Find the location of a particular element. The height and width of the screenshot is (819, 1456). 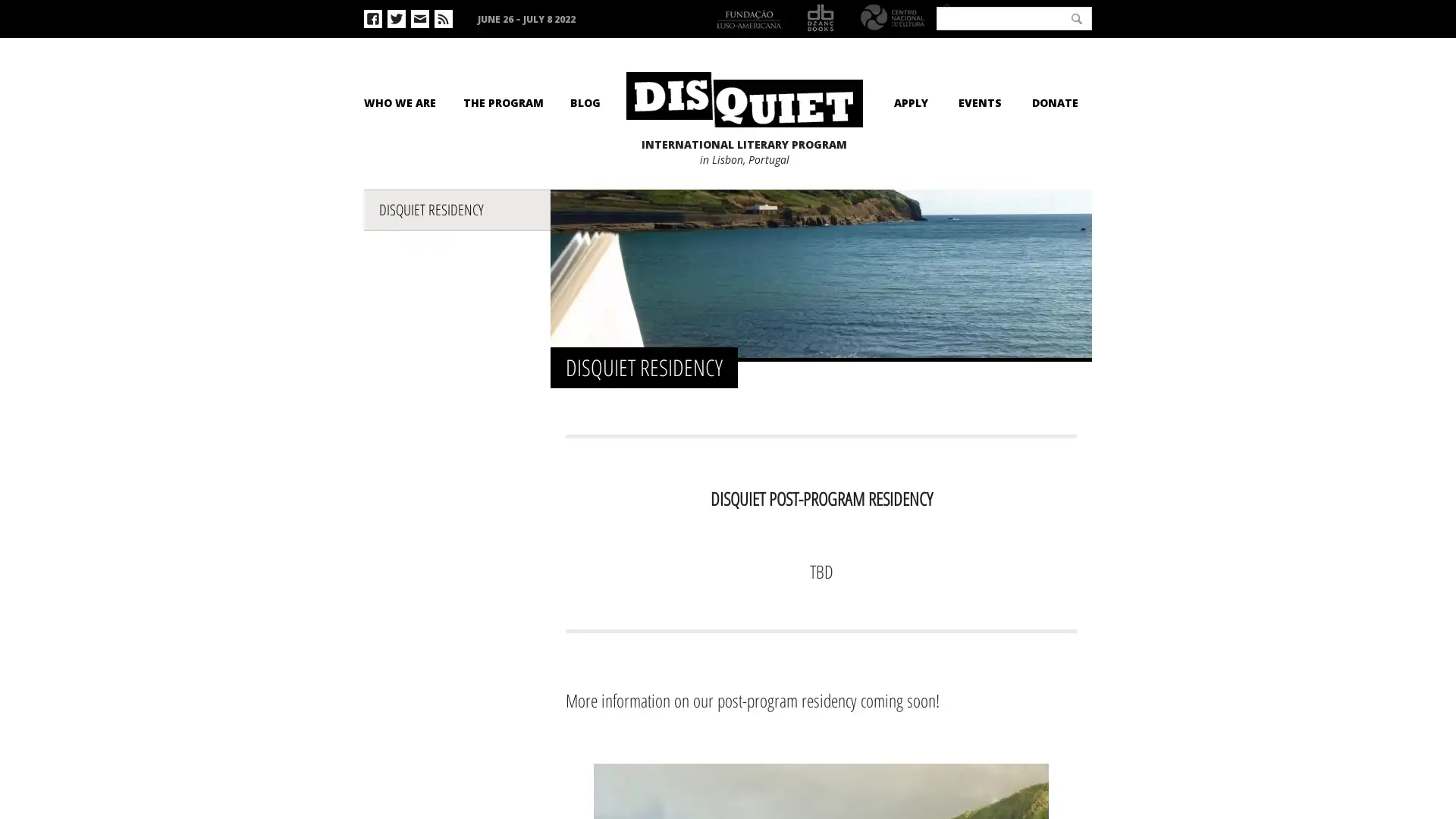

Search is located at coordinates (1076, 17).